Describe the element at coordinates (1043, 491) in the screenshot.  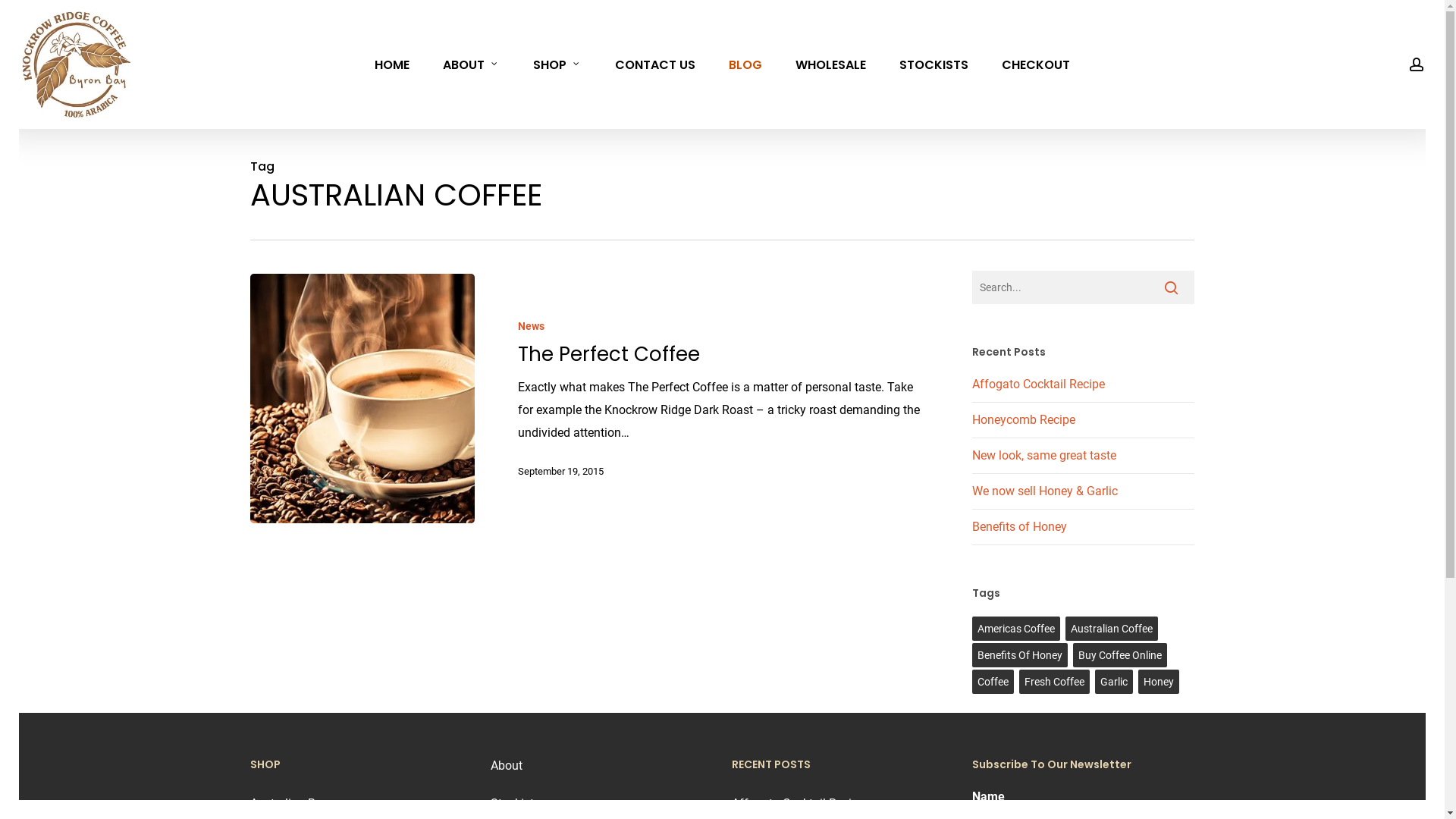
I see `'We now sell Honey & Garlic'` at that location.